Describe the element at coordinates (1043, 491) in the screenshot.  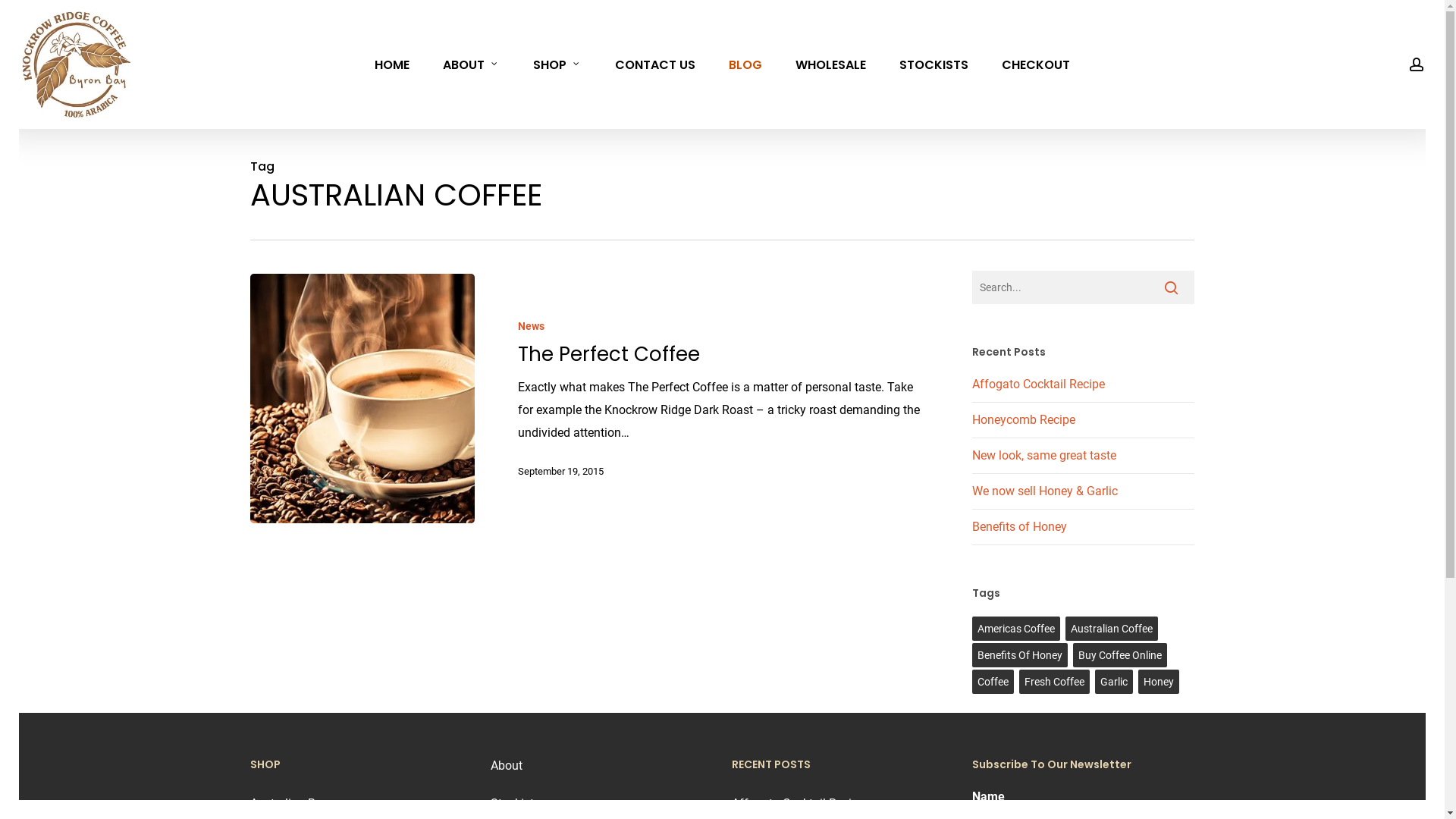
I see `'We now sell Honey & Garlic'` at that location.